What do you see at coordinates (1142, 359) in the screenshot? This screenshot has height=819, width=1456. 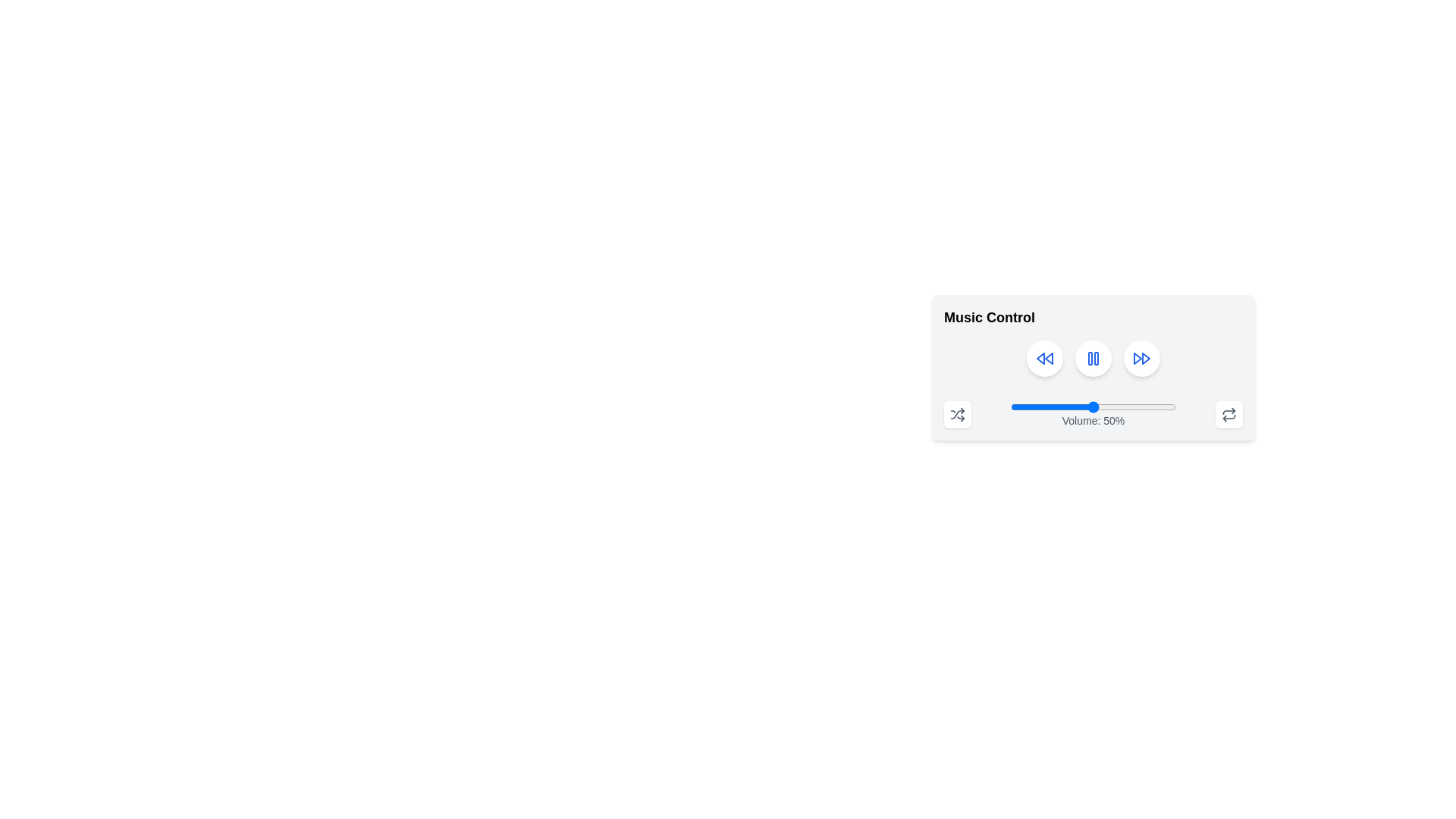 I see `the fast-forward button in the music control interface` at bounding box center [1142, 359].